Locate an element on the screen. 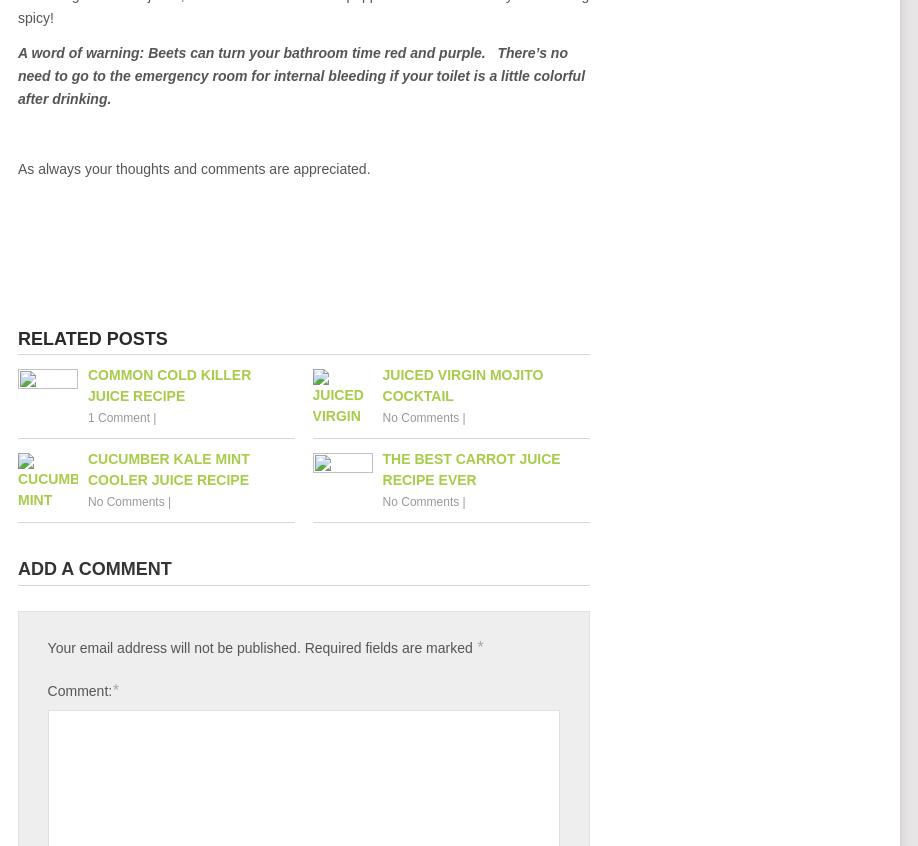 This screenshot has height=846, width=918. 'Your email address will not be published.' is located at coordinates (173, 647).